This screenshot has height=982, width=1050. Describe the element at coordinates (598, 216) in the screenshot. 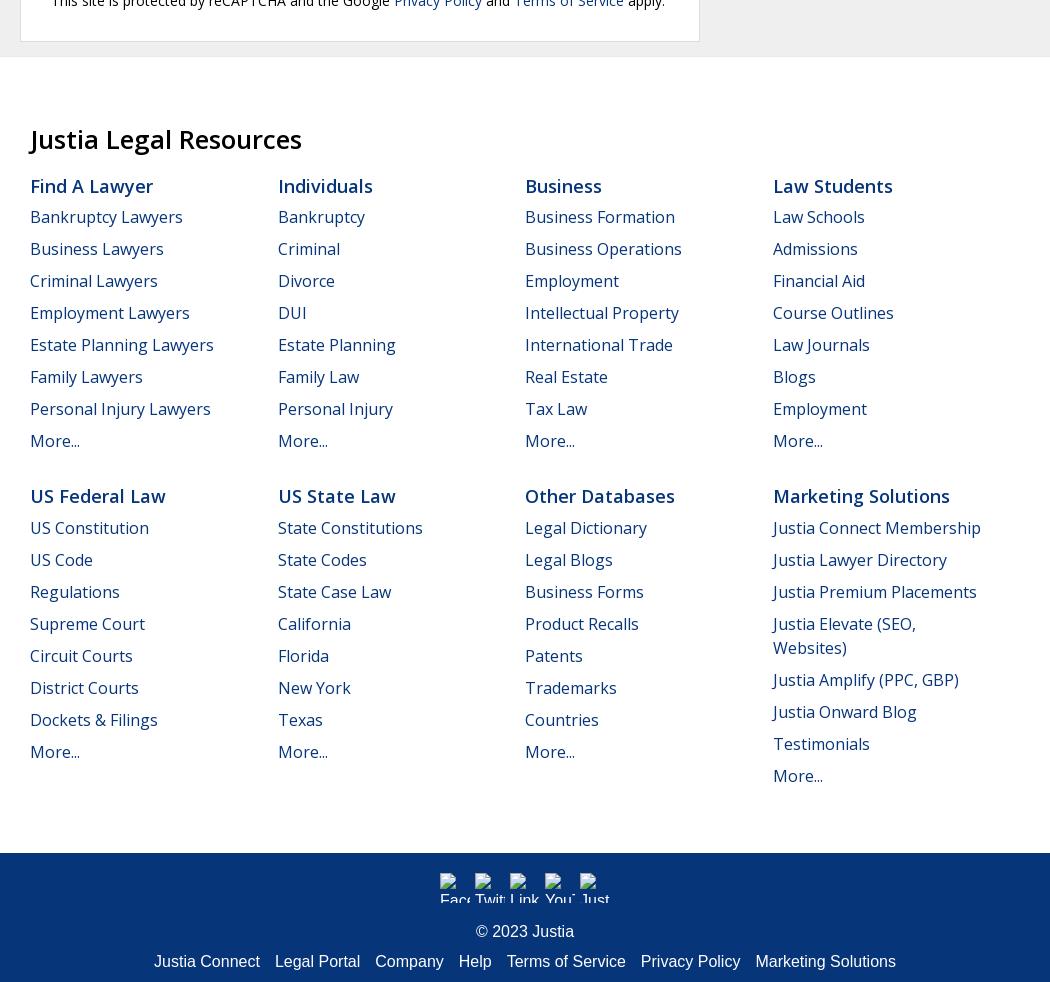

I see `'Business Formation'` at that location.